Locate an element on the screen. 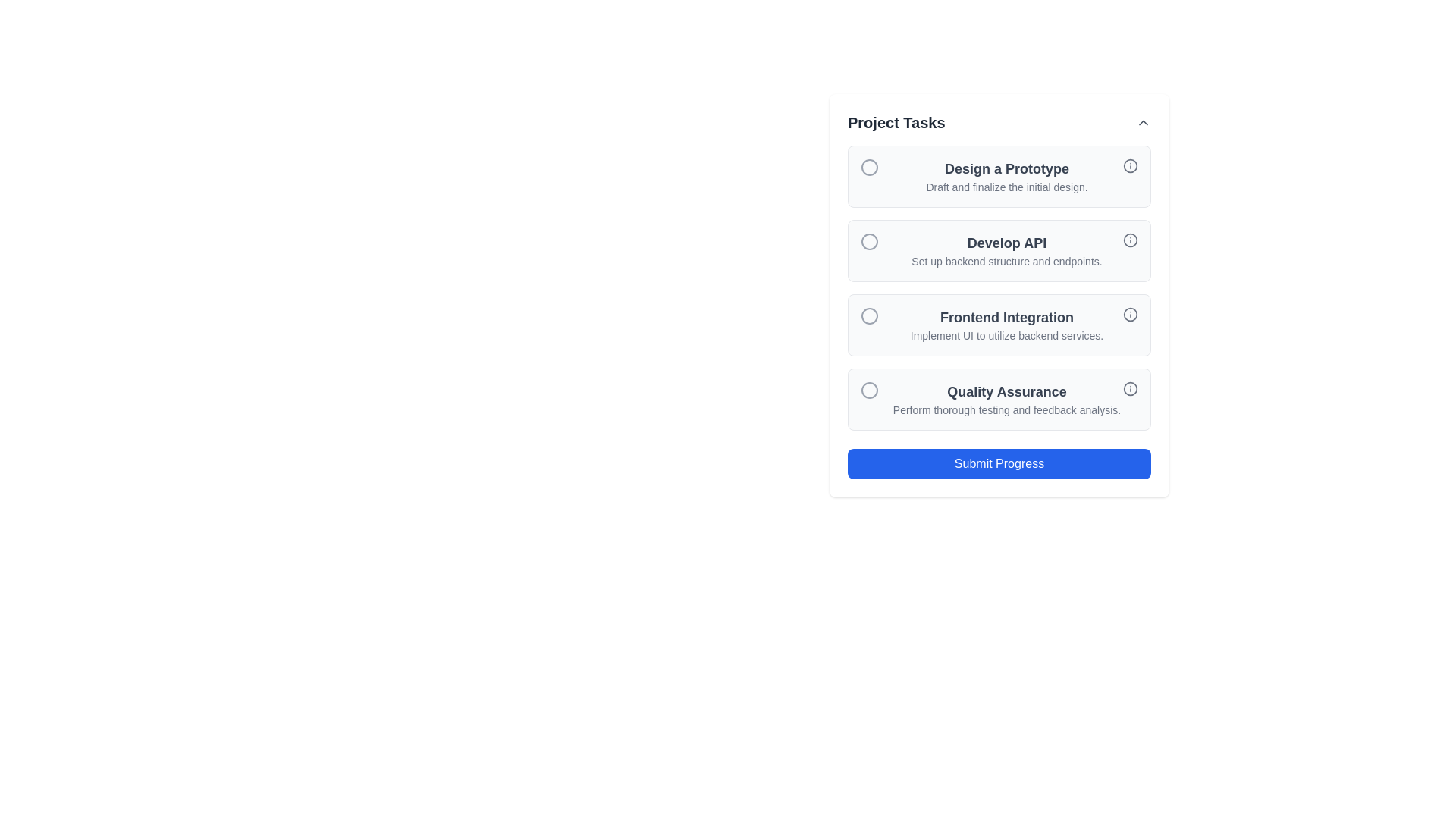  the circular info icon, which is gray and has a central dot, located in the 'Develop API' section is located at coordinates (1131, 239).